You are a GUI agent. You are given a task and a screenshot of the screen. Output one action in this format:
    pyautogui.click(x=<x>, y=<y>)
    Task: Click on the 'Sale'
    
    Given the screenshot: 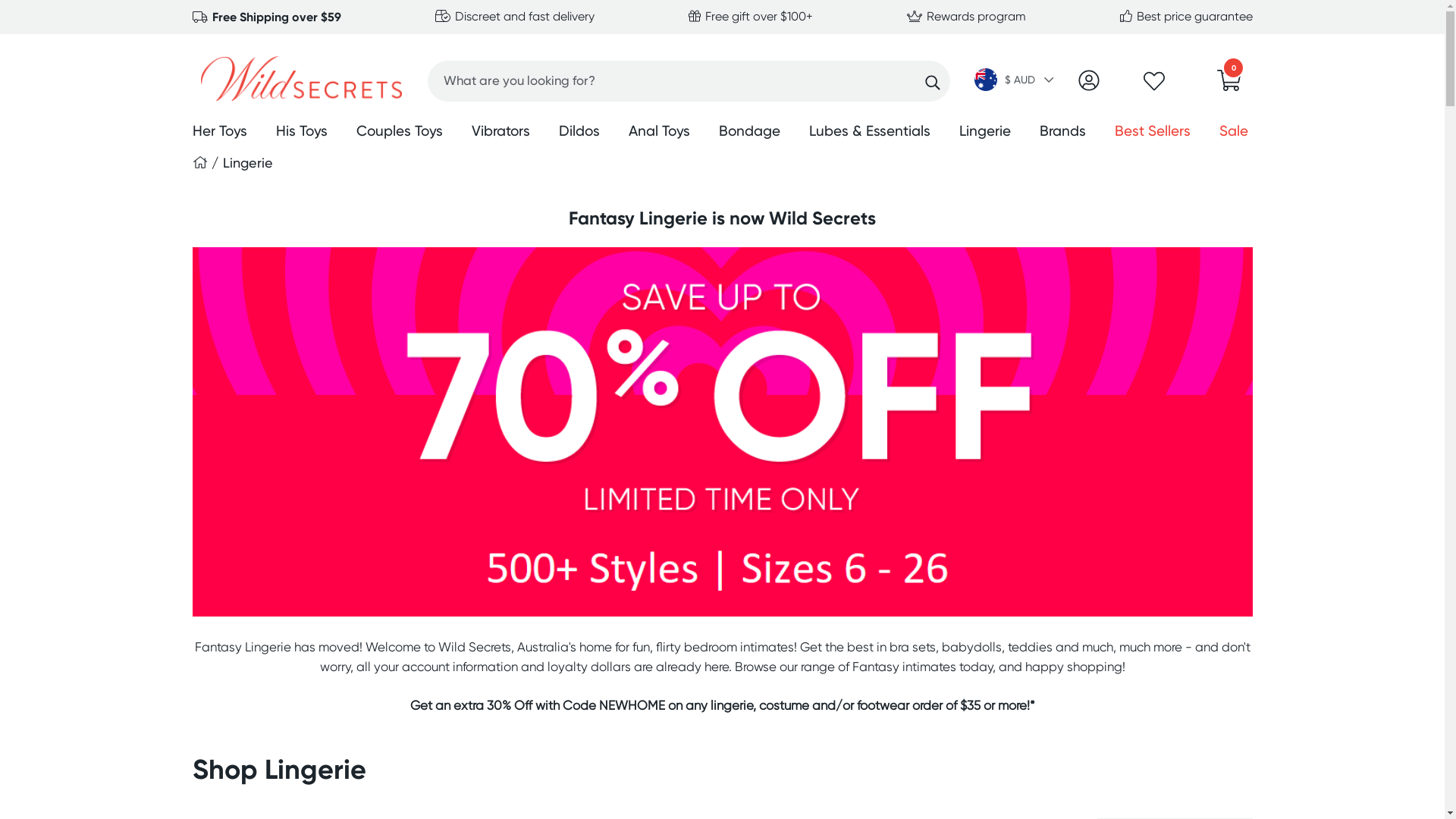 What is the action you would take?
    pyautogui.click(x=1234, y=131)
    